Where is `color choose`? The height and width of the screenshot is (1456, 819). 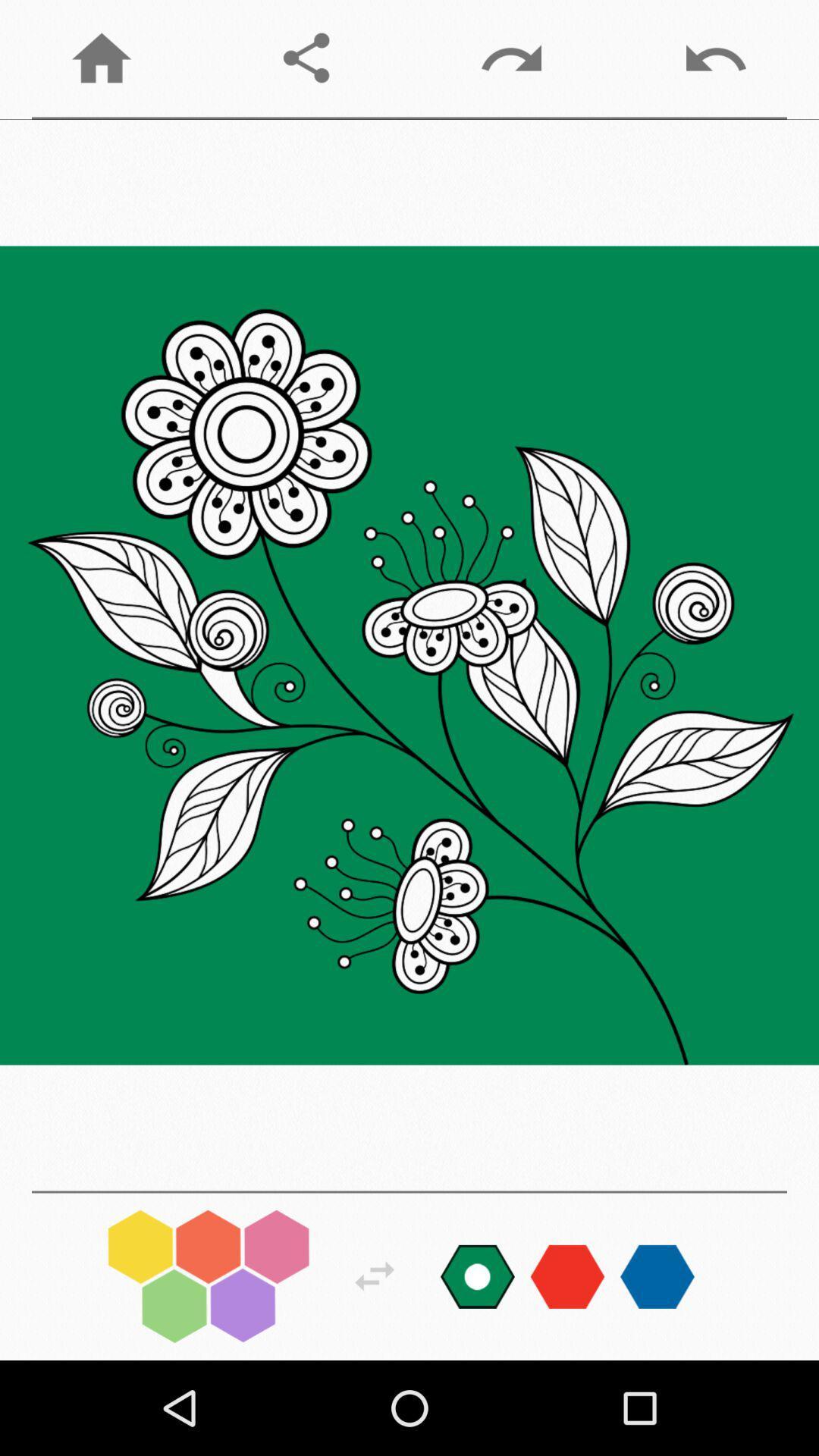
color choose is located at coordinates (567, 1276).